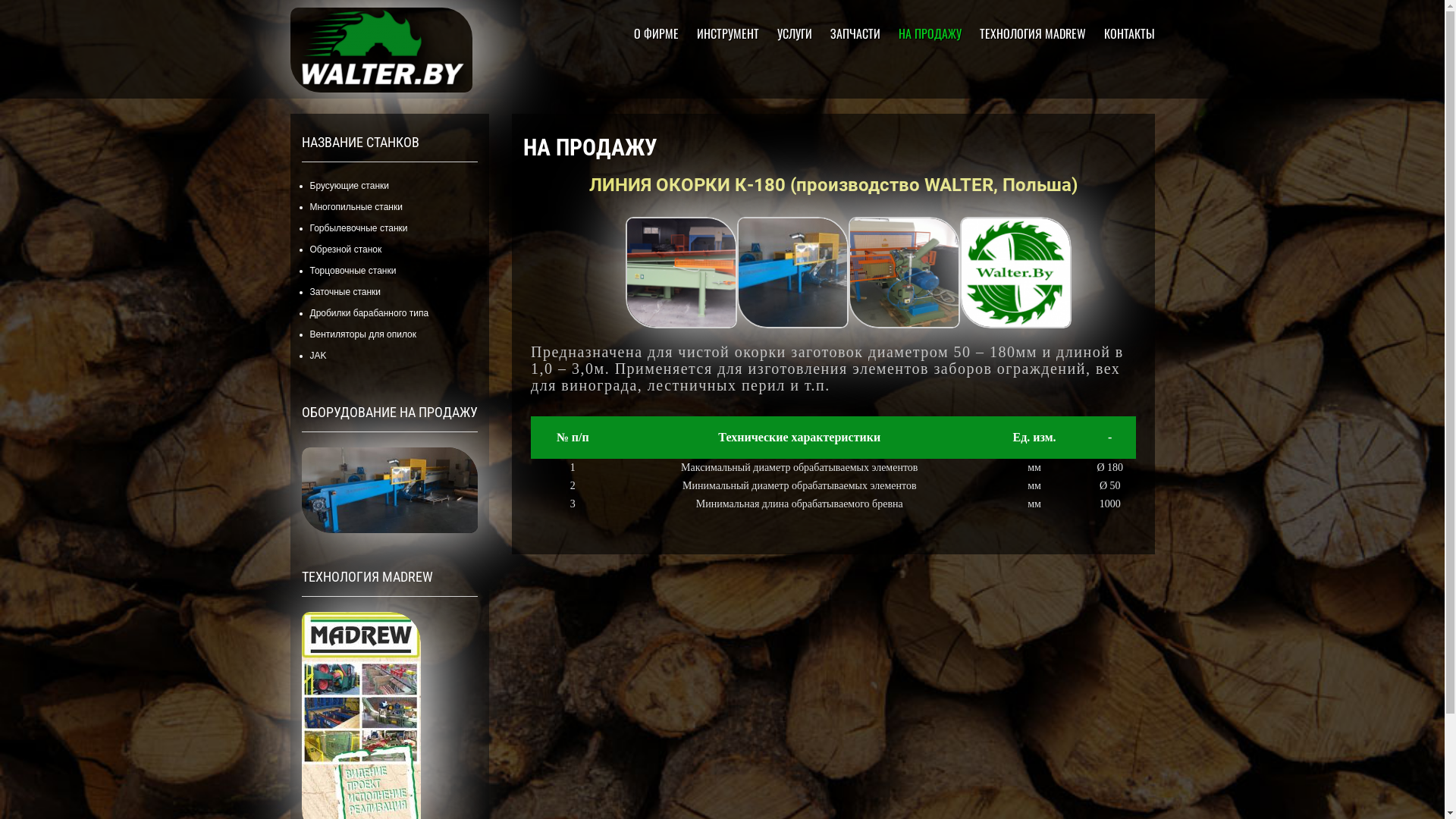 The image size is (1456, 819). Describe the element at coordinates (309, 356) in the screenshot. I see `'JAK'` at that location.